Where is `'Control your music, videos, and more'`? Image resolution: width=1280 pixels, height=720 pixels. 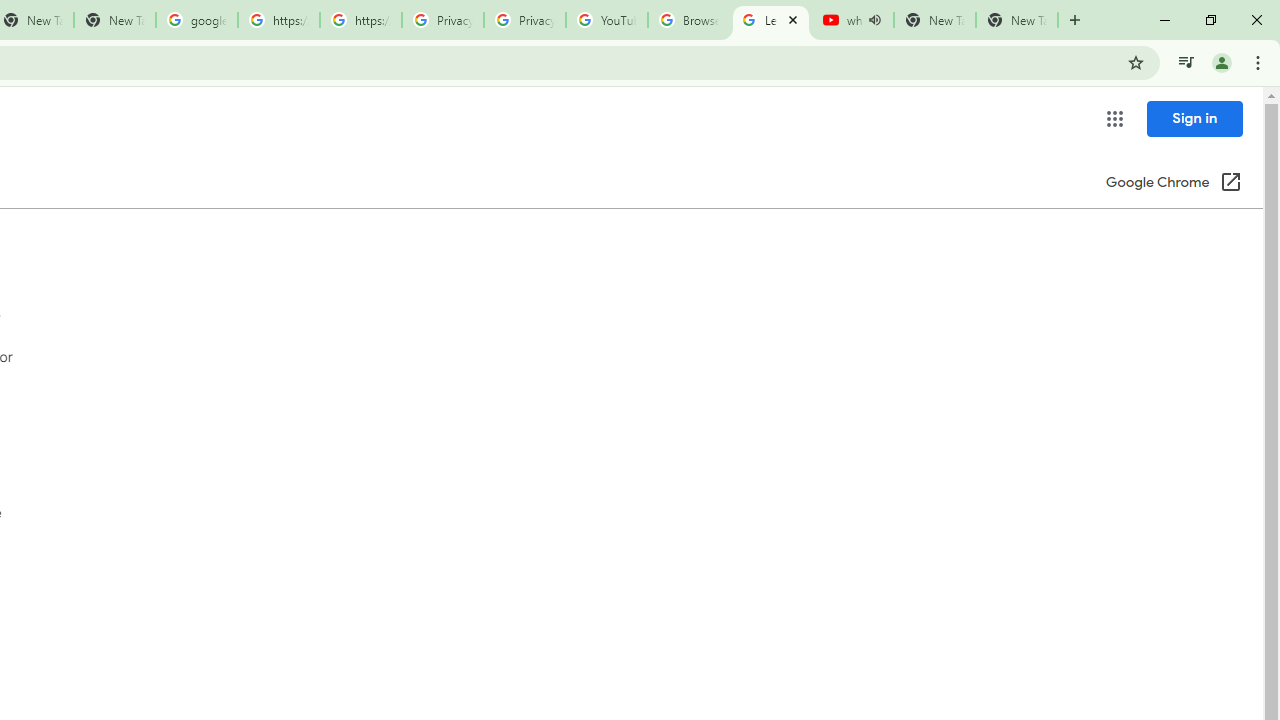
'Control your music, videos, and more' is located at coordinates (1185, 61).